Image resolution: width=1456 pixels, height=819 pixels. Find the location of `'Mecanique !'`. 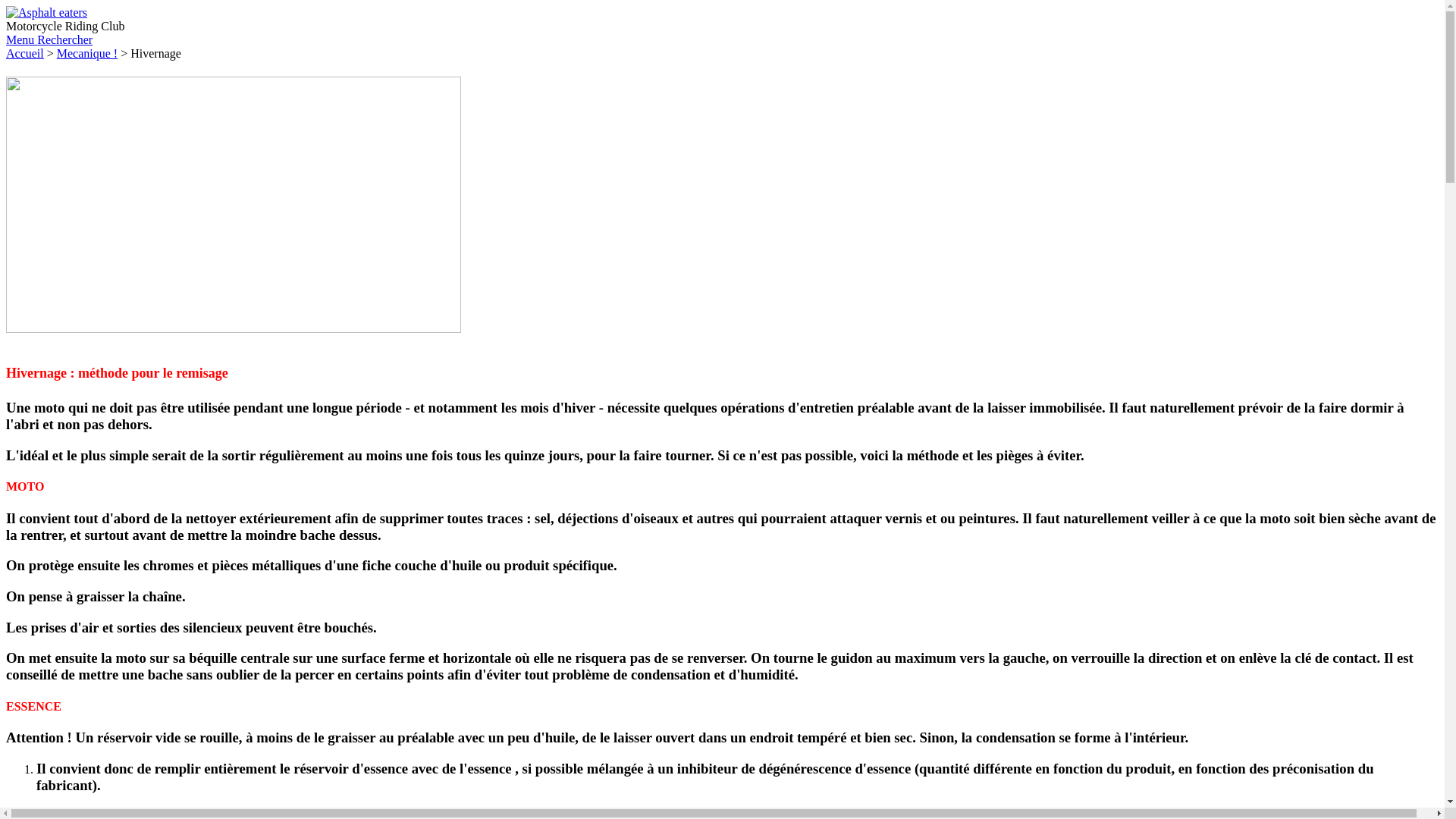

'Mecanique !' is located at coordinates (57, 52).